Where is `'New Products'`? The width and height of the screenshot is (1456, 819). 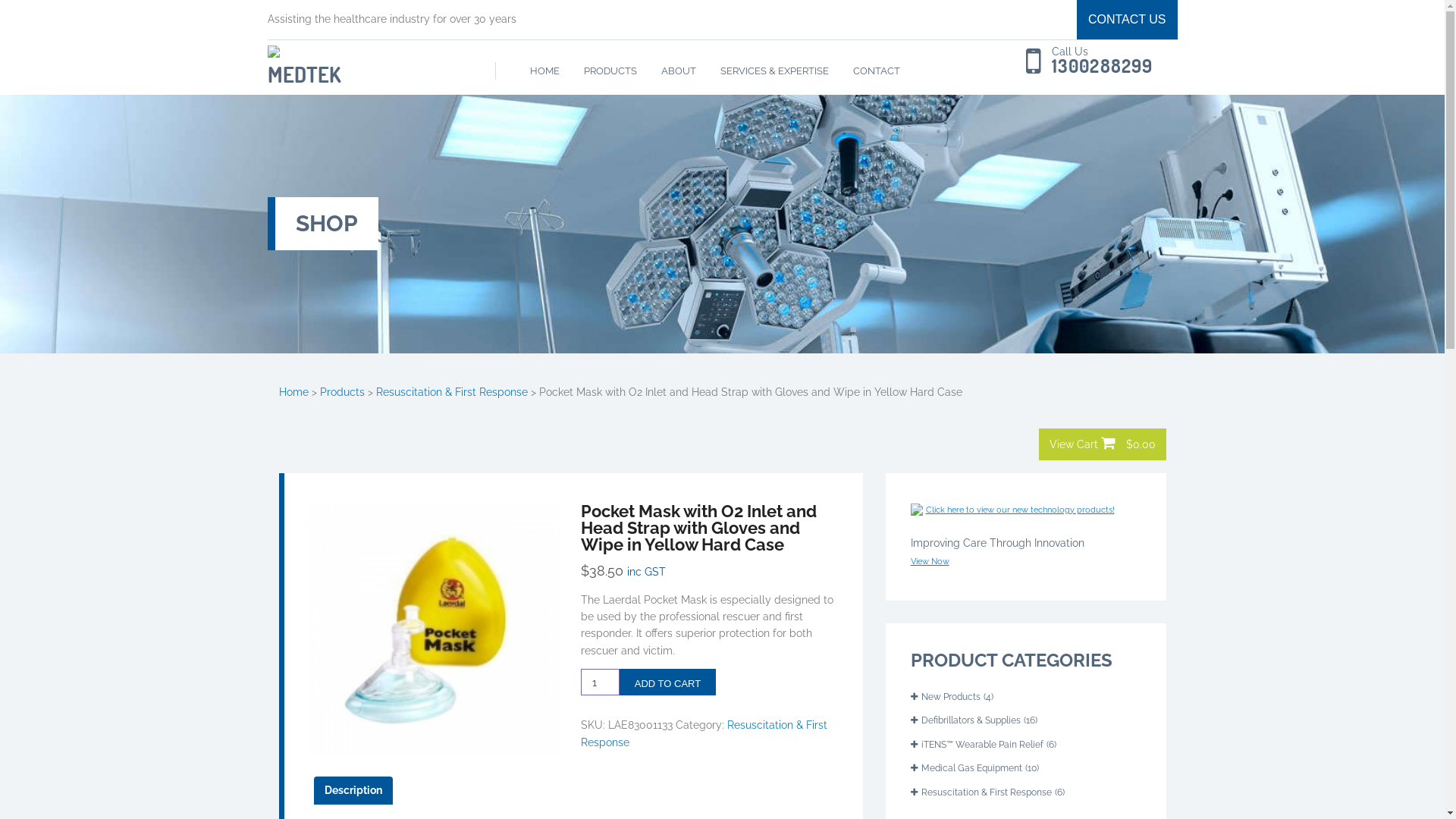
'New Products' is located at coordinates (944, 696).